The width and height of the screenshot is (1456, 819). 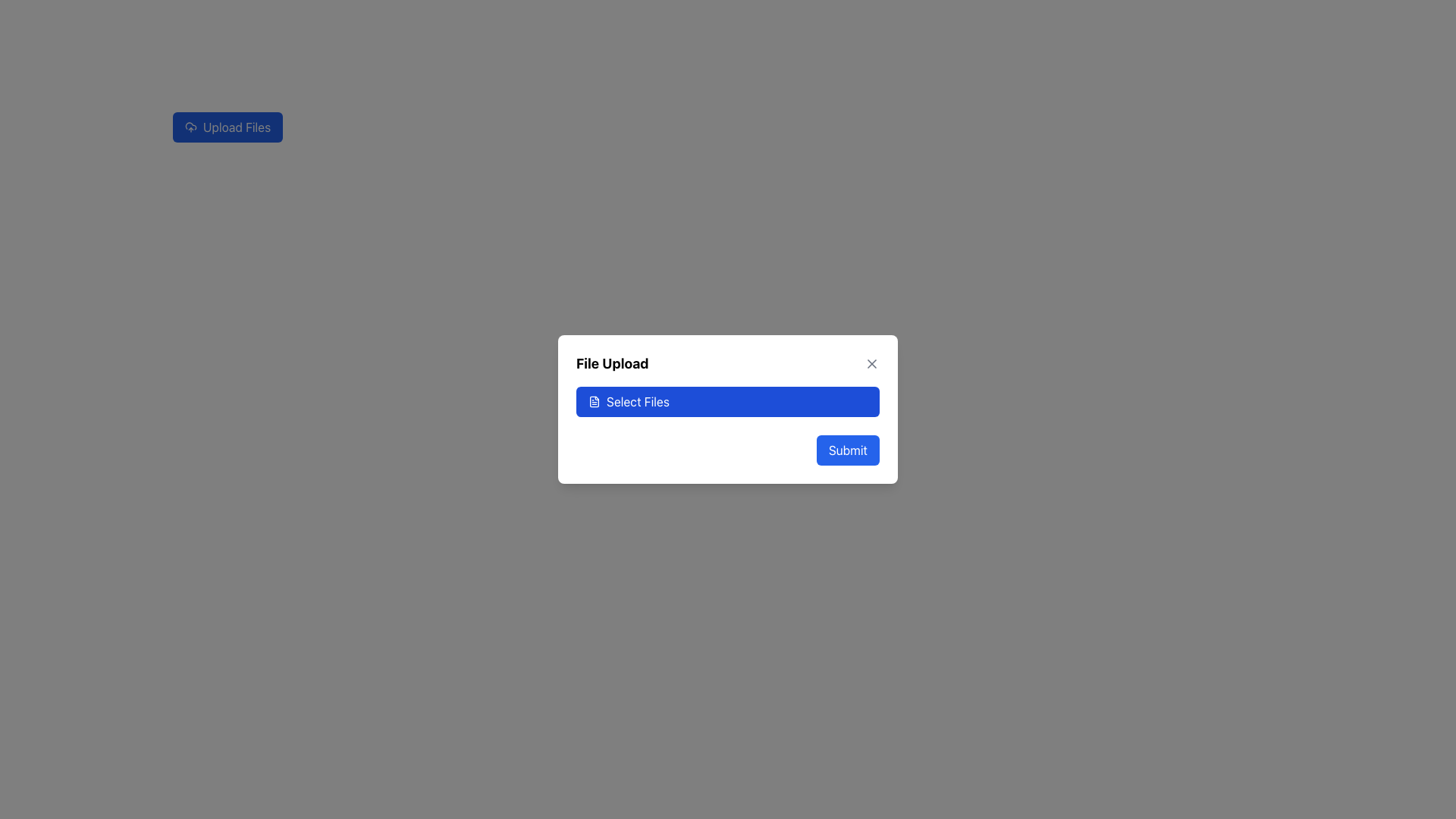 I want to click on the blue rectangular button with white rounded corners that says 'Upload Files' to initiate file upload, so click(x=227, y=127).